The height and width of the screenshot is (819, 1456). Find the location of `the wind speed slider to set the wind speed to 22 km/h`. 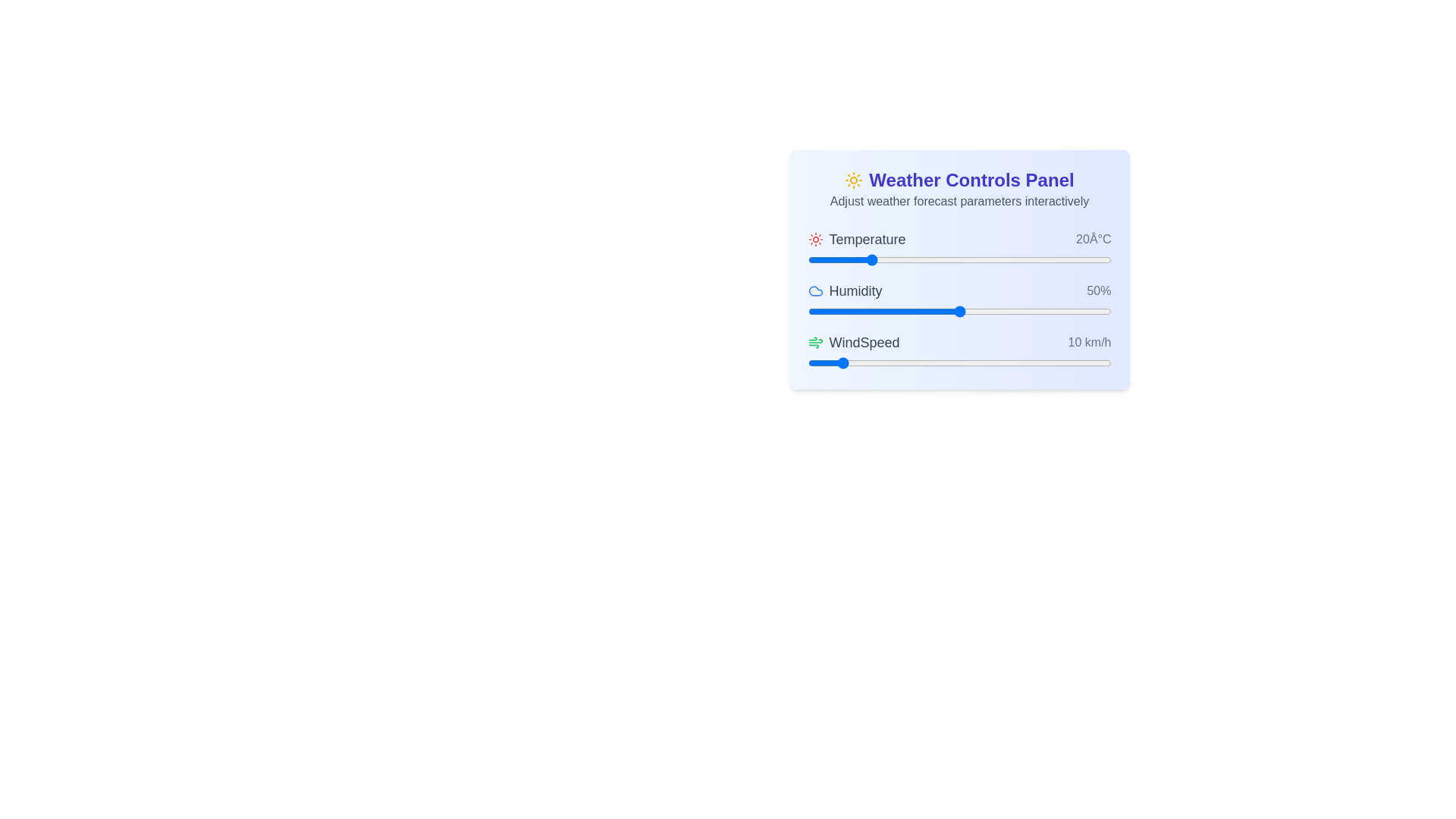

the wind speed slider to set the wind speed to 22 km/h is located at coordinates (874, 362).